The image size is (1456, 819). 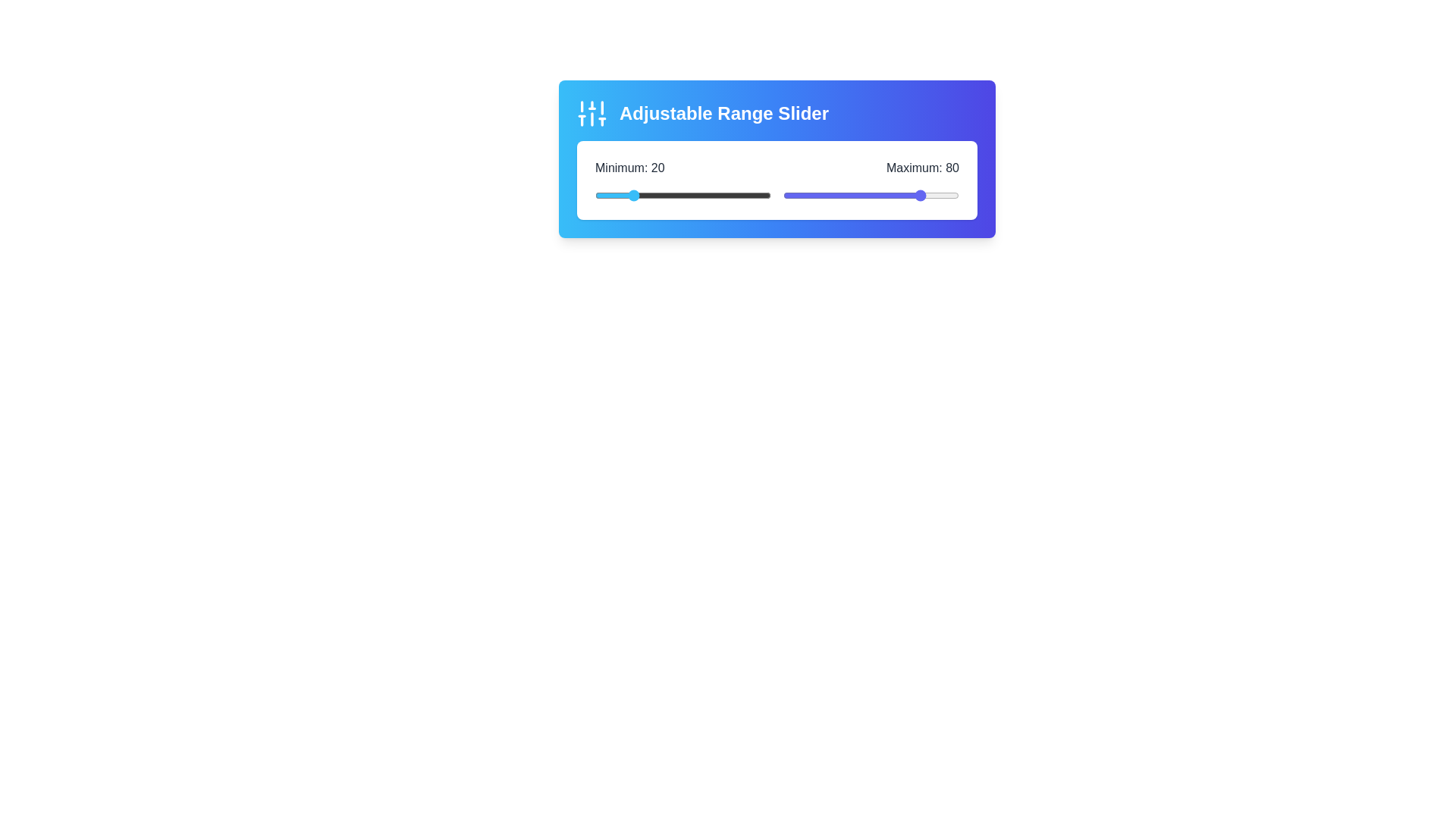 What do you see at coordinates (817, 195) in the screenshot?
I see `the slider` at bounding box center [817, 195].